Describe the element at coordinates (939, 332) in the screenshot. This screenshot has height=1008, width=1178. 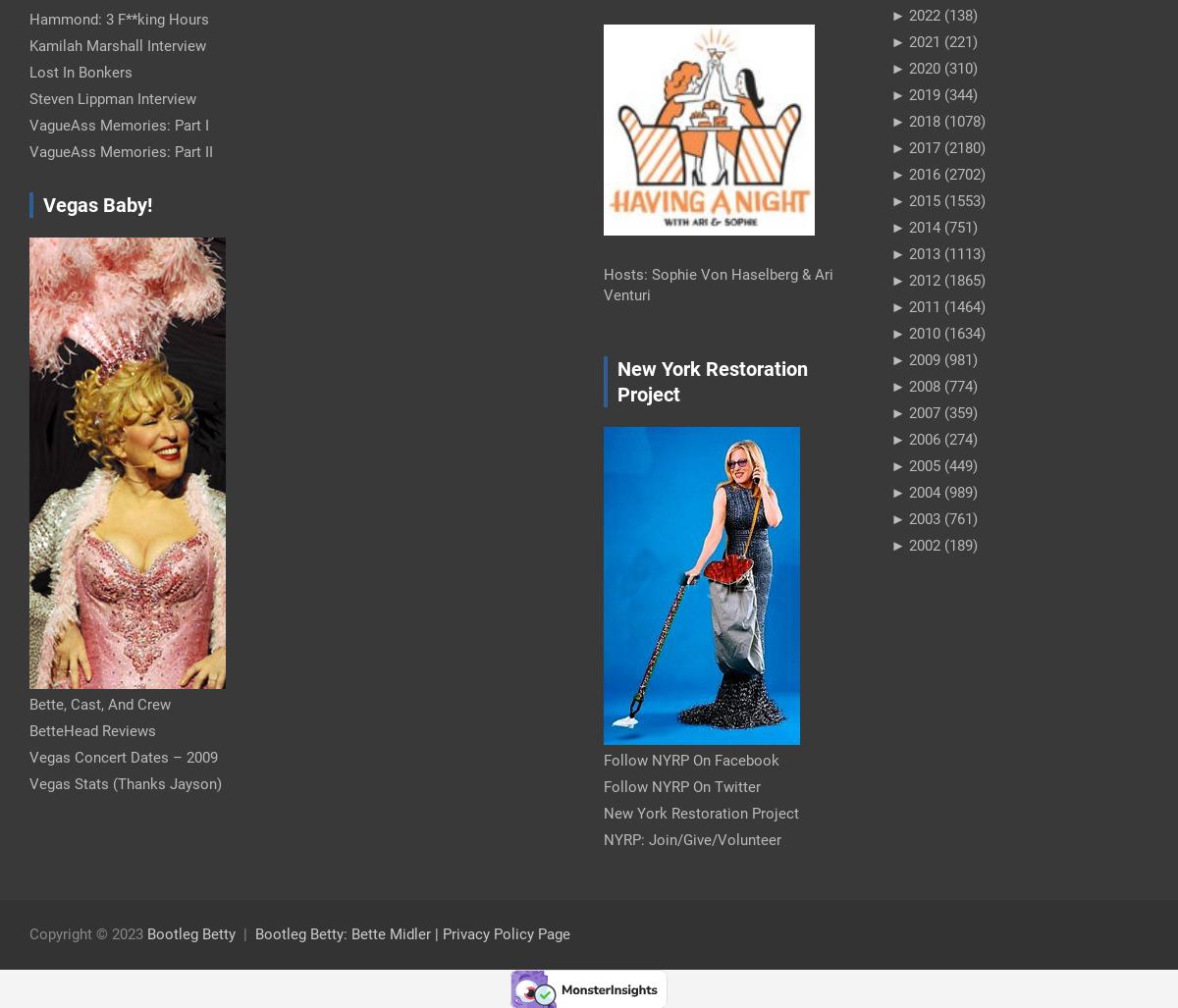
I see `'(1634)'` at that location.